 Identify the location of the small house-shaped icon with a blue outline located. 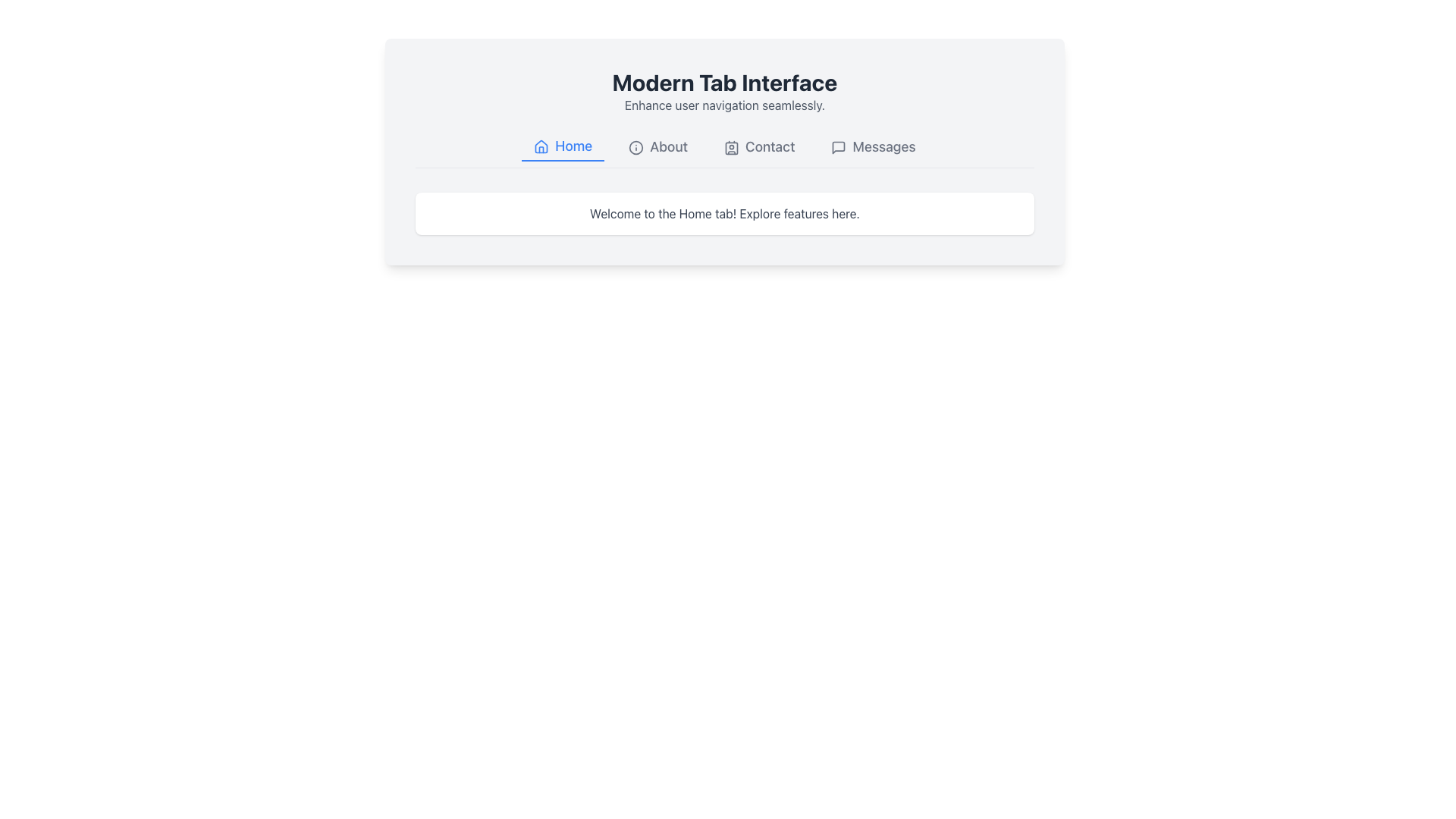
(541, 147).